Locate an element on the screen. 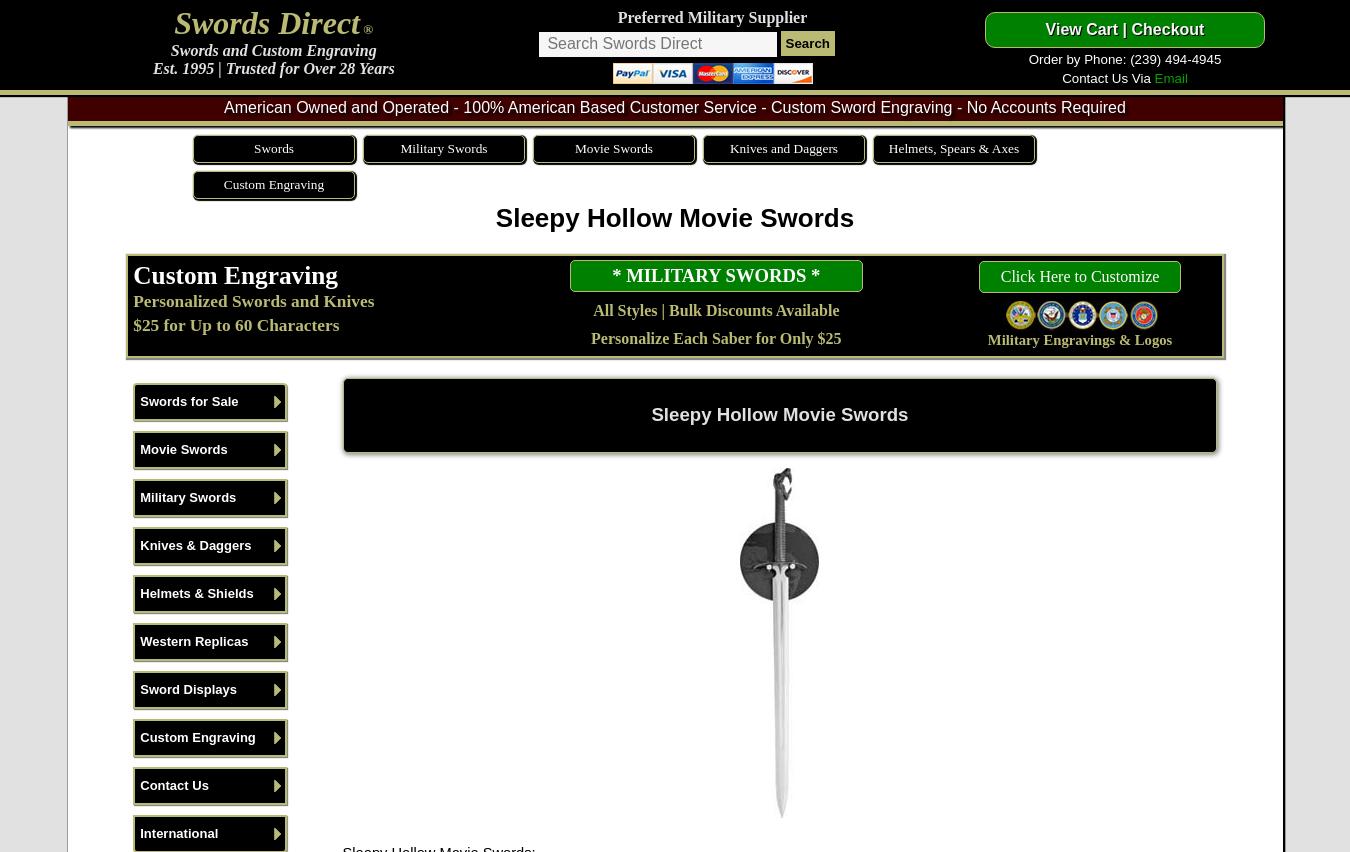 This screenshot has width=1350, height=852. 'Military  Engravings & Logos' is located at coordinates (1079, 340).